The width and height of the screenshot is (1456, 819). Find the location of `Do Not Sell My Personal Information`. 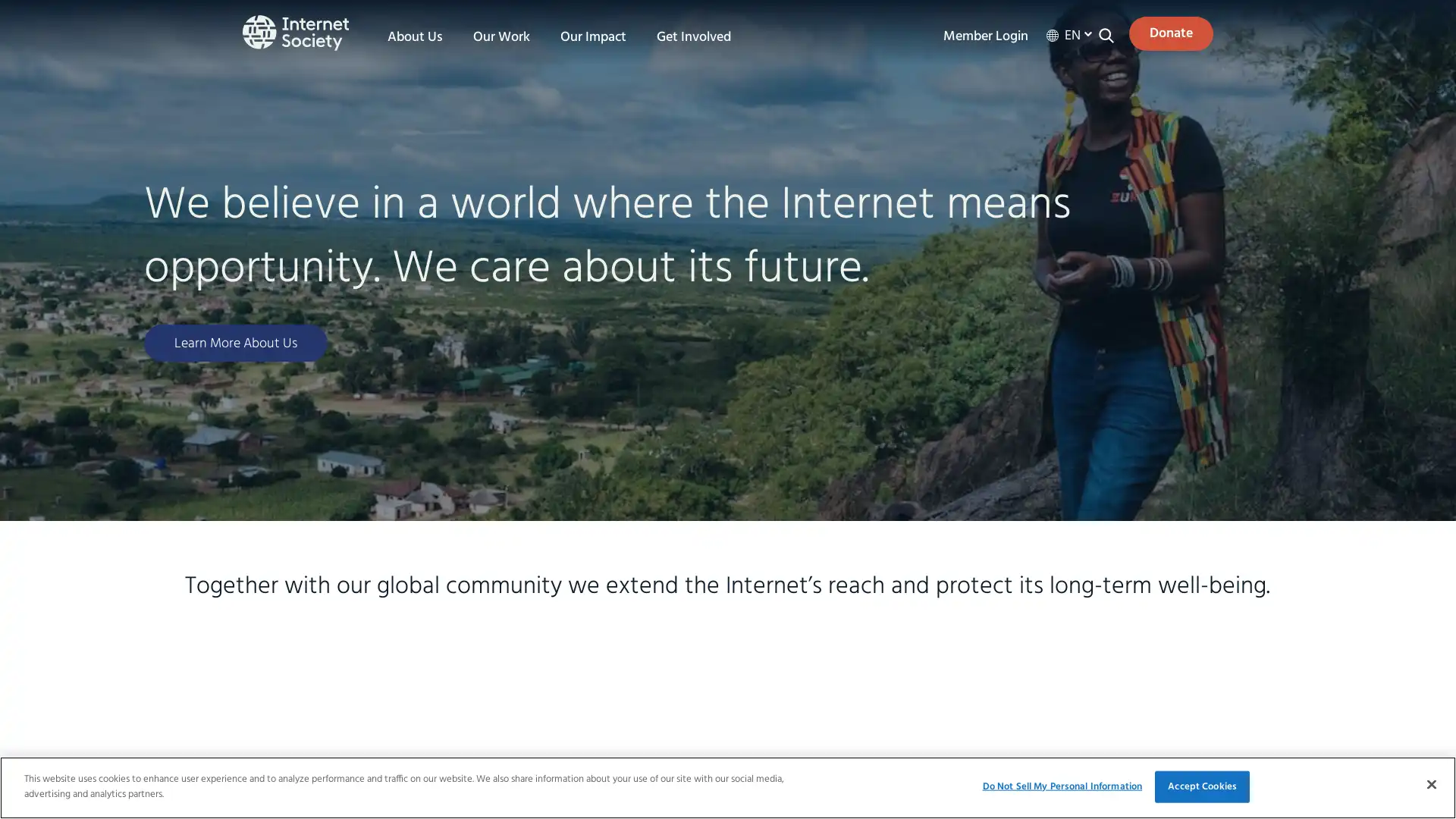

Do Not Sell My Personal Information is located at coordinates (1061, 786).